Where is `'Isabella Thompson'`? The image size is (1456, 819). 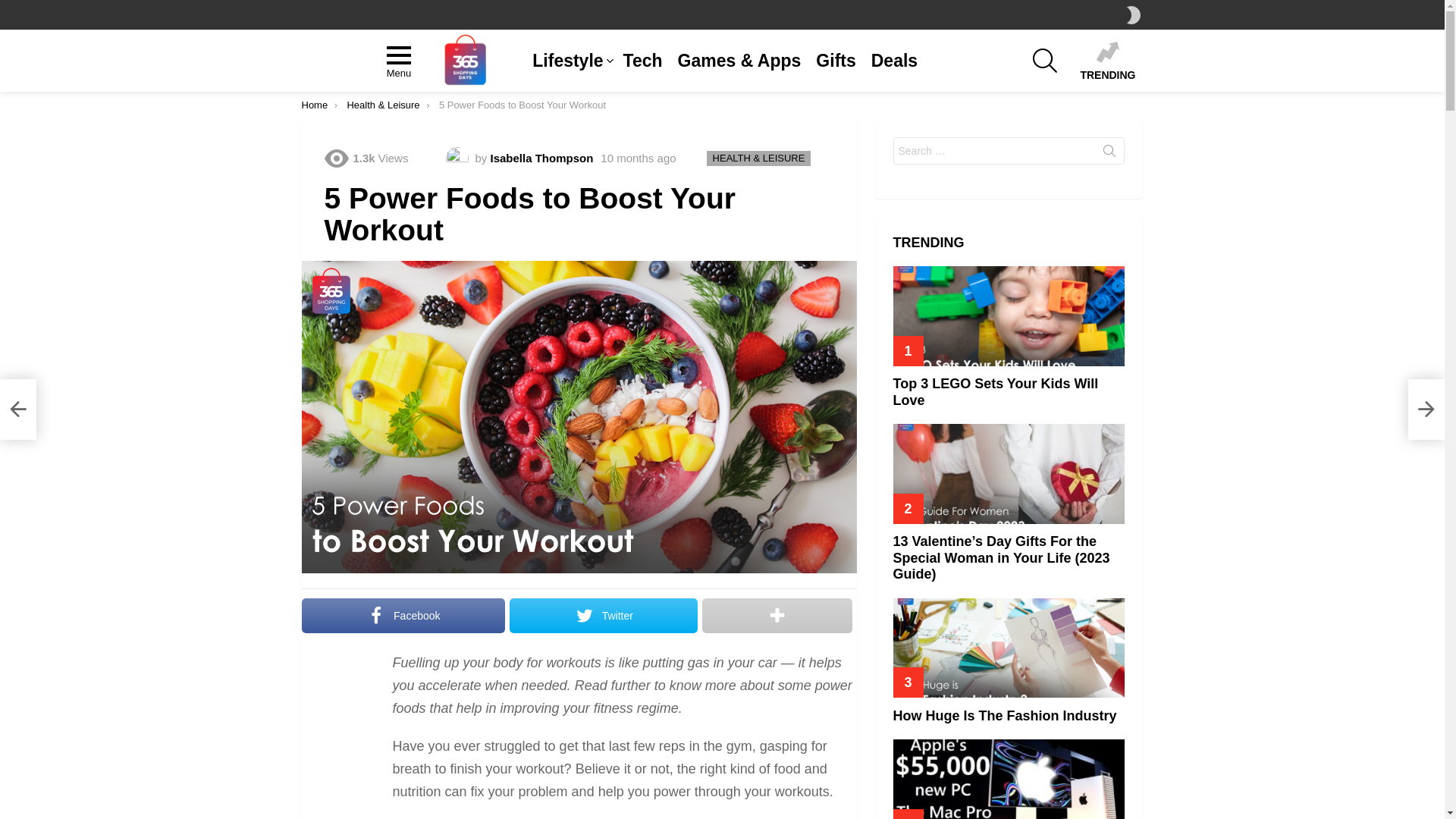 'Isabella Thompson' is located at coordinates (541, 158).